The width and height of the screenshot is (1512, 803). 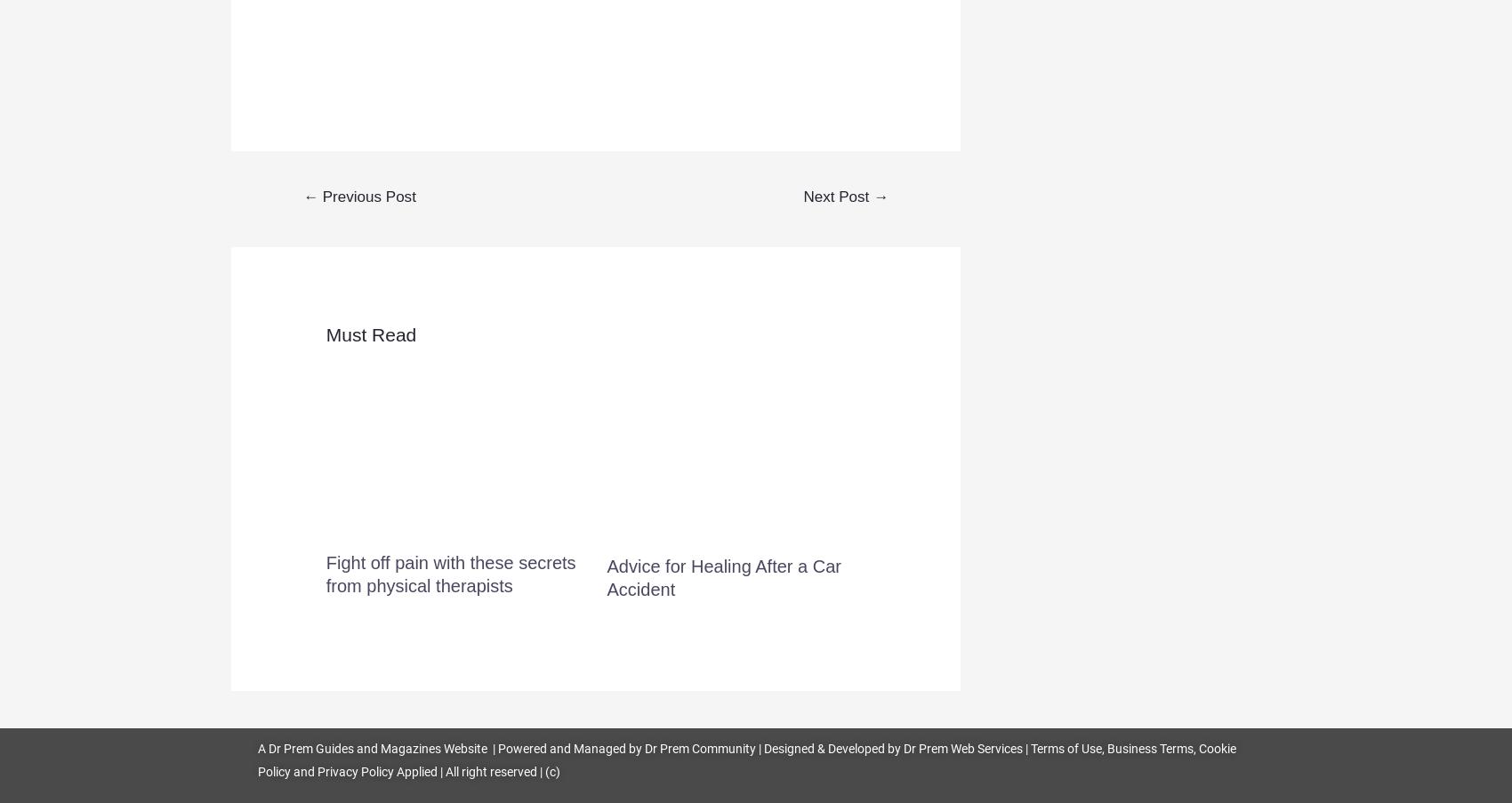 What do you see at coordinates (292, 771) in the screenshot?
I see `'and'` at bounding box center [292, 771].